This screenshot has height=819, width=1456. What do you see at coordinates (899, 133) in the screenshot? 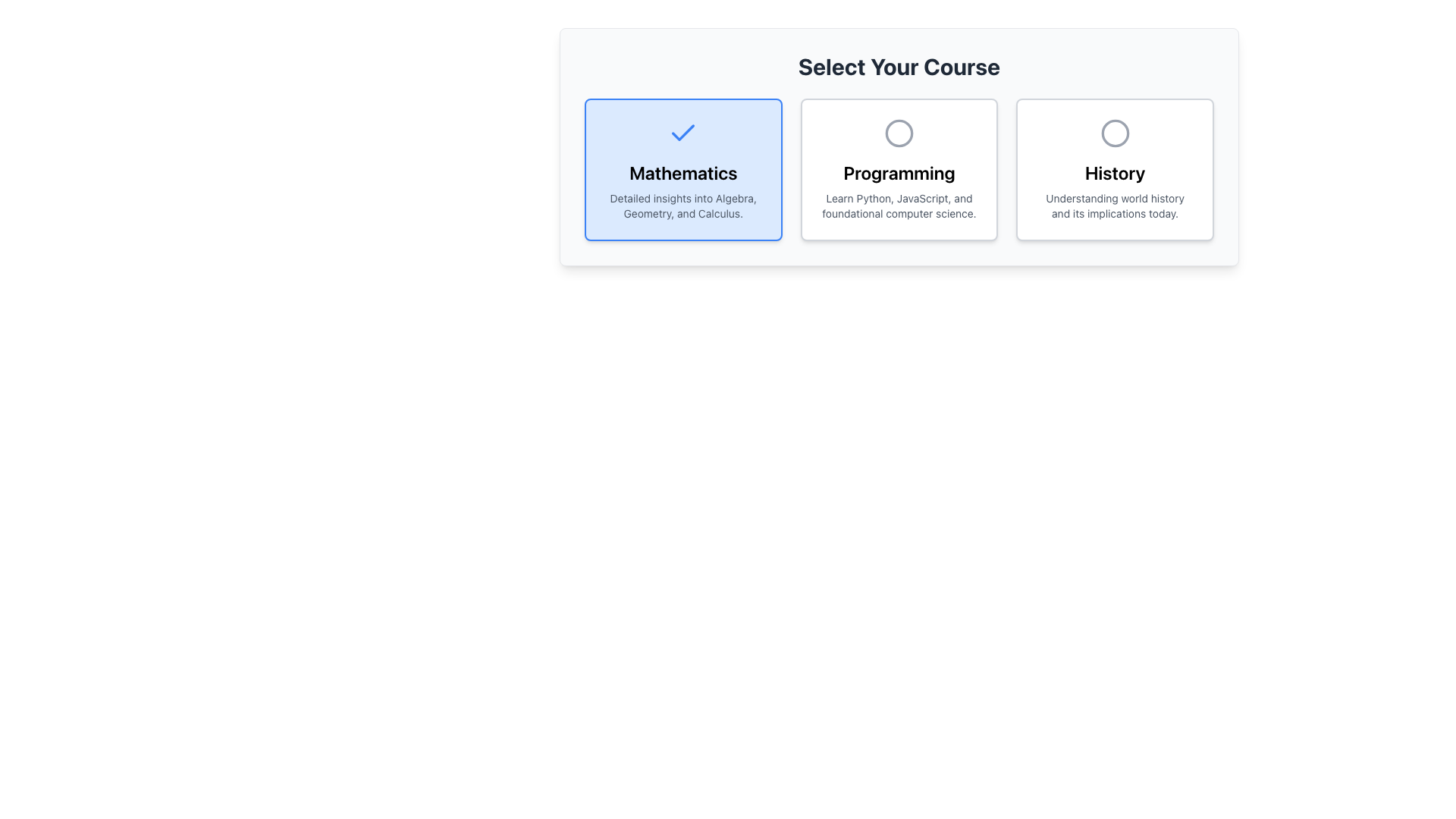
I see `the graphical icon (circle) indicating the selection state of the programming course located centrally in the second course card` at bounding box center [899, 133].